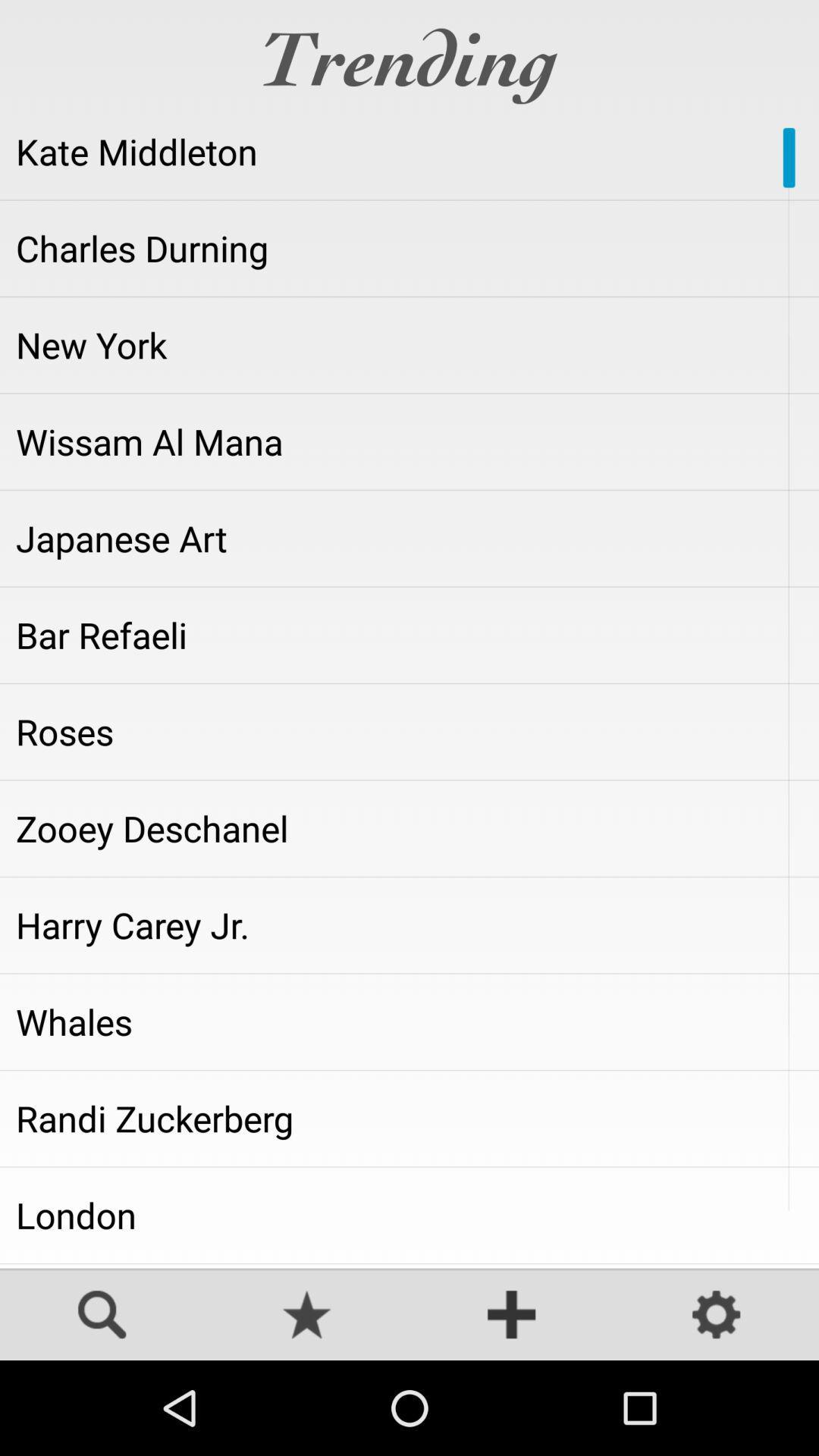  What do you see at coordinates (102, 1316) in the screenshot?
I see `search` at bounding box center [102, 1316].